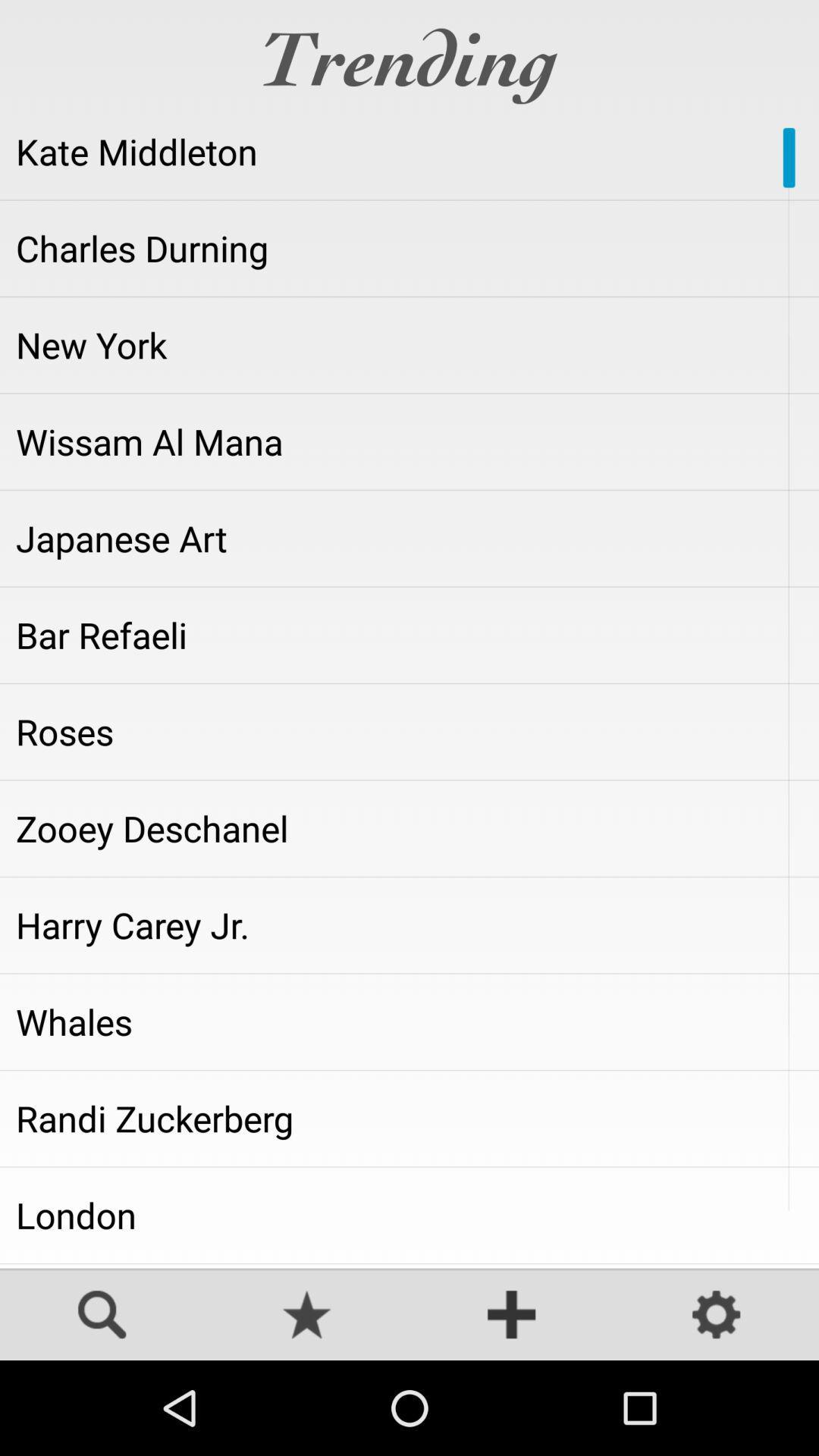  What do you see at coordinates (102, 1316) in the screenshot?
I see `search` at bounding box center [102, 1316].